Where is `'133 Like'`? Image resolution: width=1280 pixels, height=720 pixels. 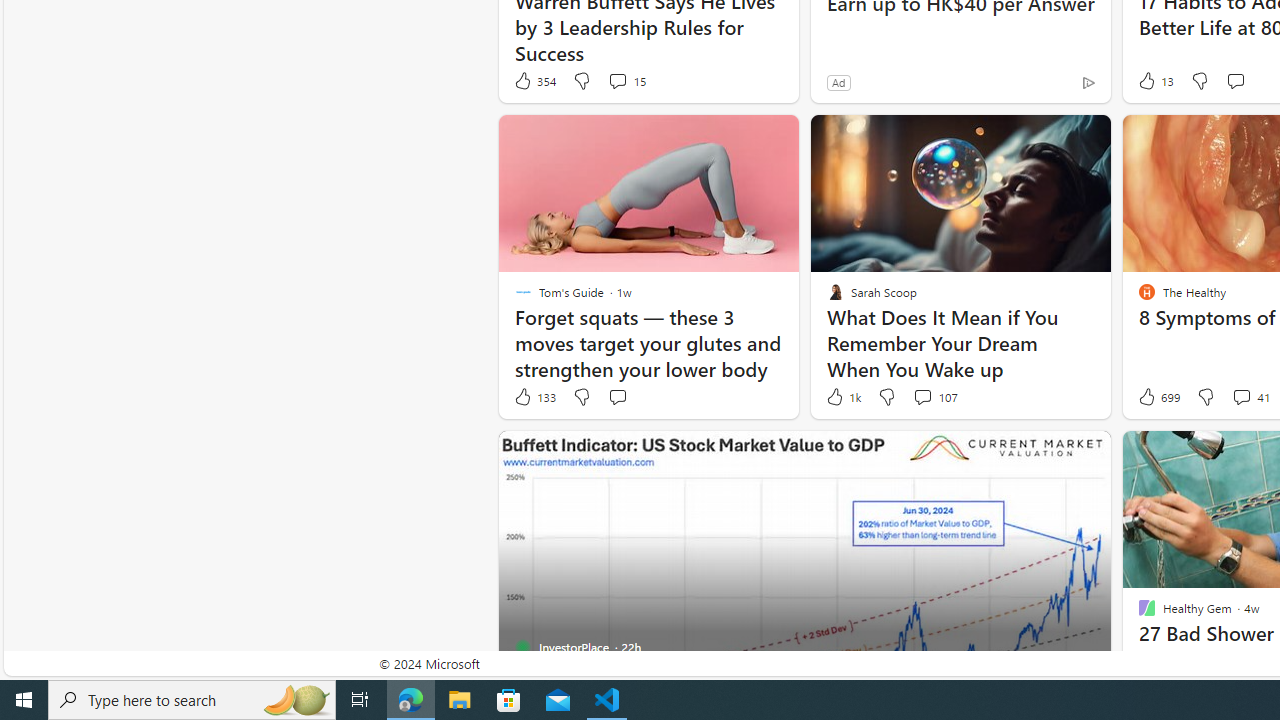
'133 Like' is located at coordinates (534, 397).